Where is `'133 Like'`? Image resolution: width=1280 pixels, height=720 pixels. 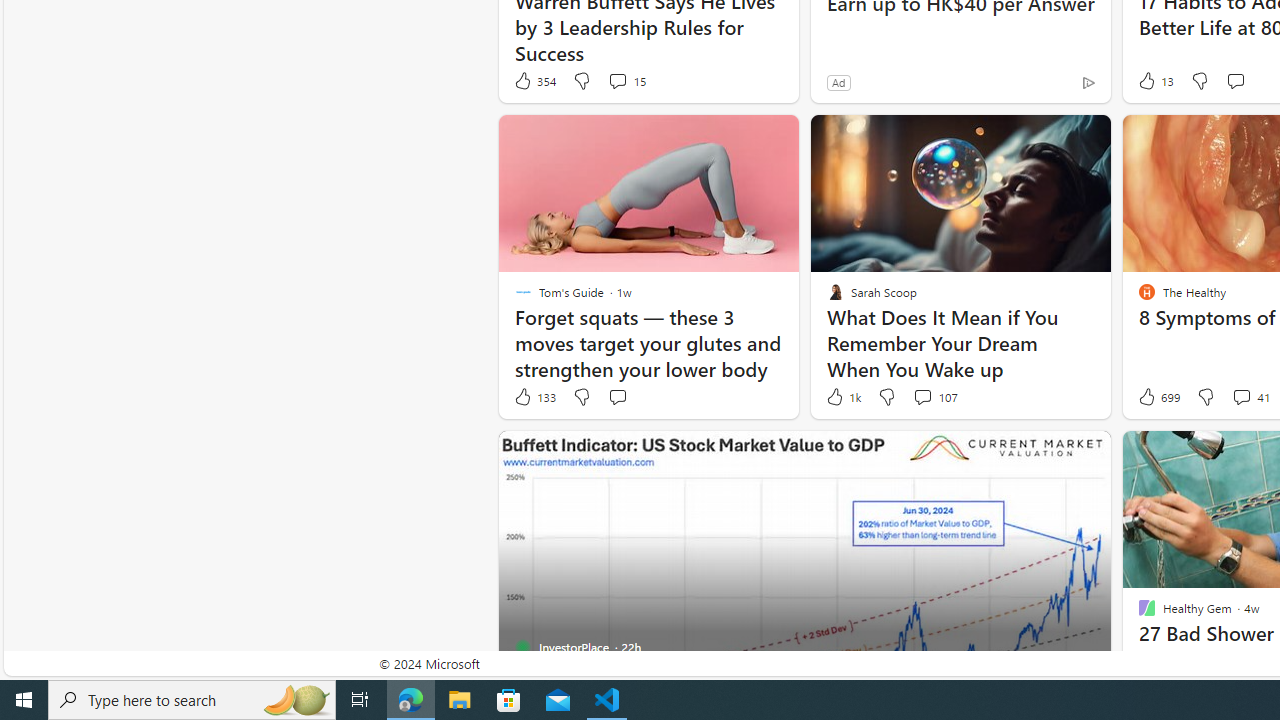
'133 Like' is located at coordinates (534, 397).